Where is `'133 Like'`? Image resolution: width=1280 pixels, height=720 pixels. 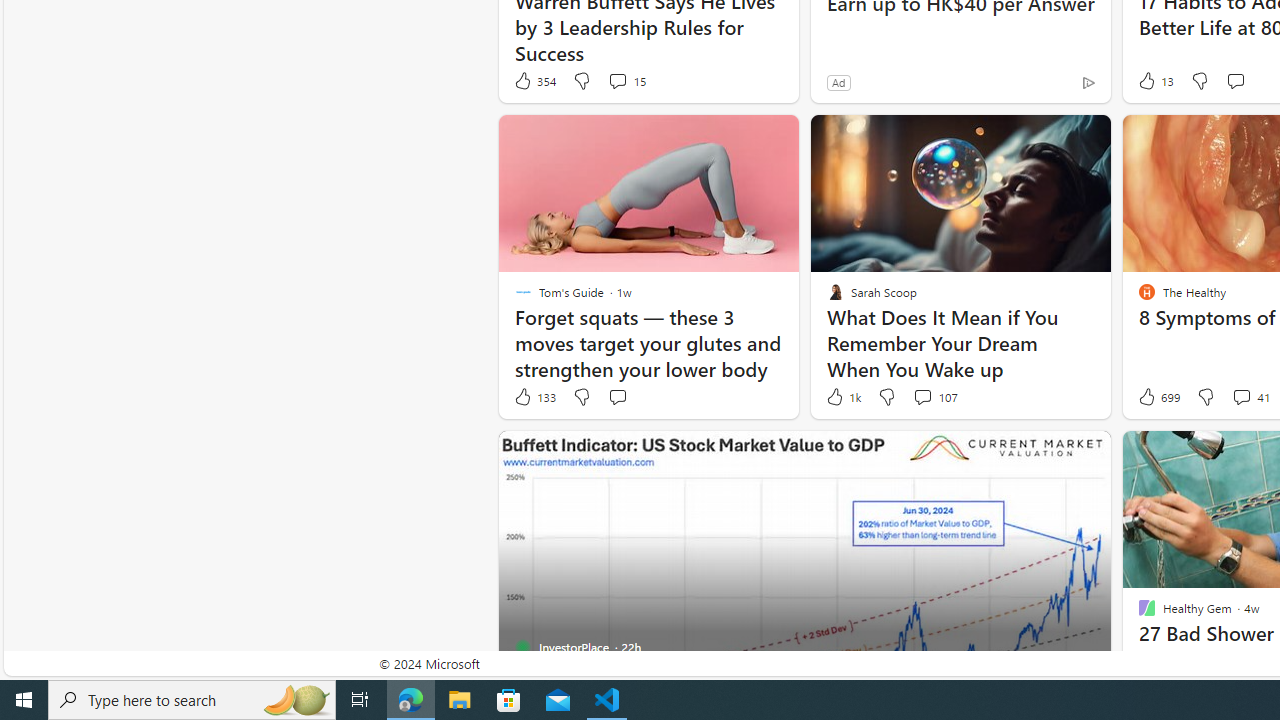
'133 Like' is located at coordinates (534, 397).